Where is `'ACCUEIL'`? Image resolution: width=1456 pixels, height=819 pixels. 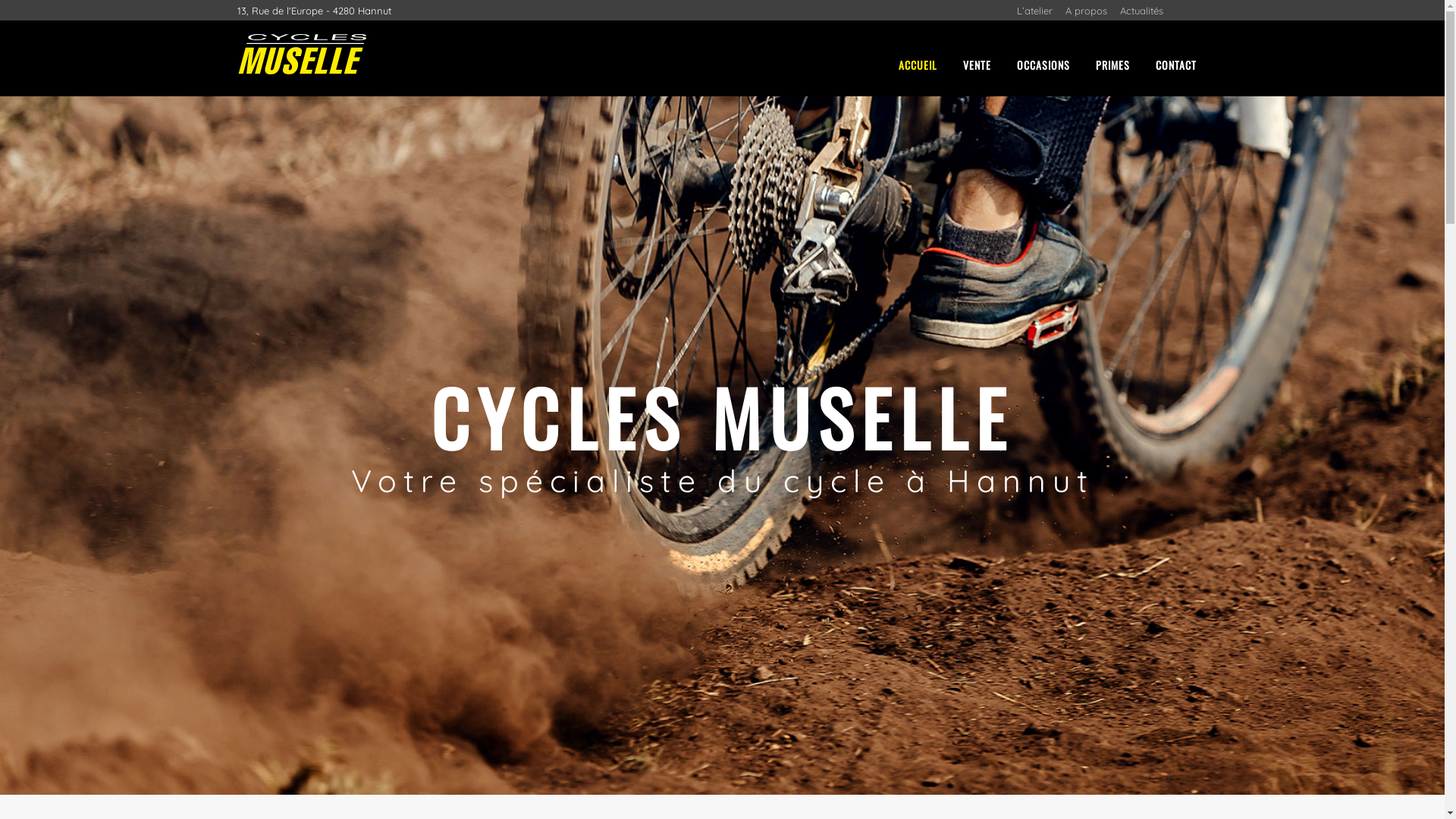 'ACCUEIL' is located at coordinates (917, 64).